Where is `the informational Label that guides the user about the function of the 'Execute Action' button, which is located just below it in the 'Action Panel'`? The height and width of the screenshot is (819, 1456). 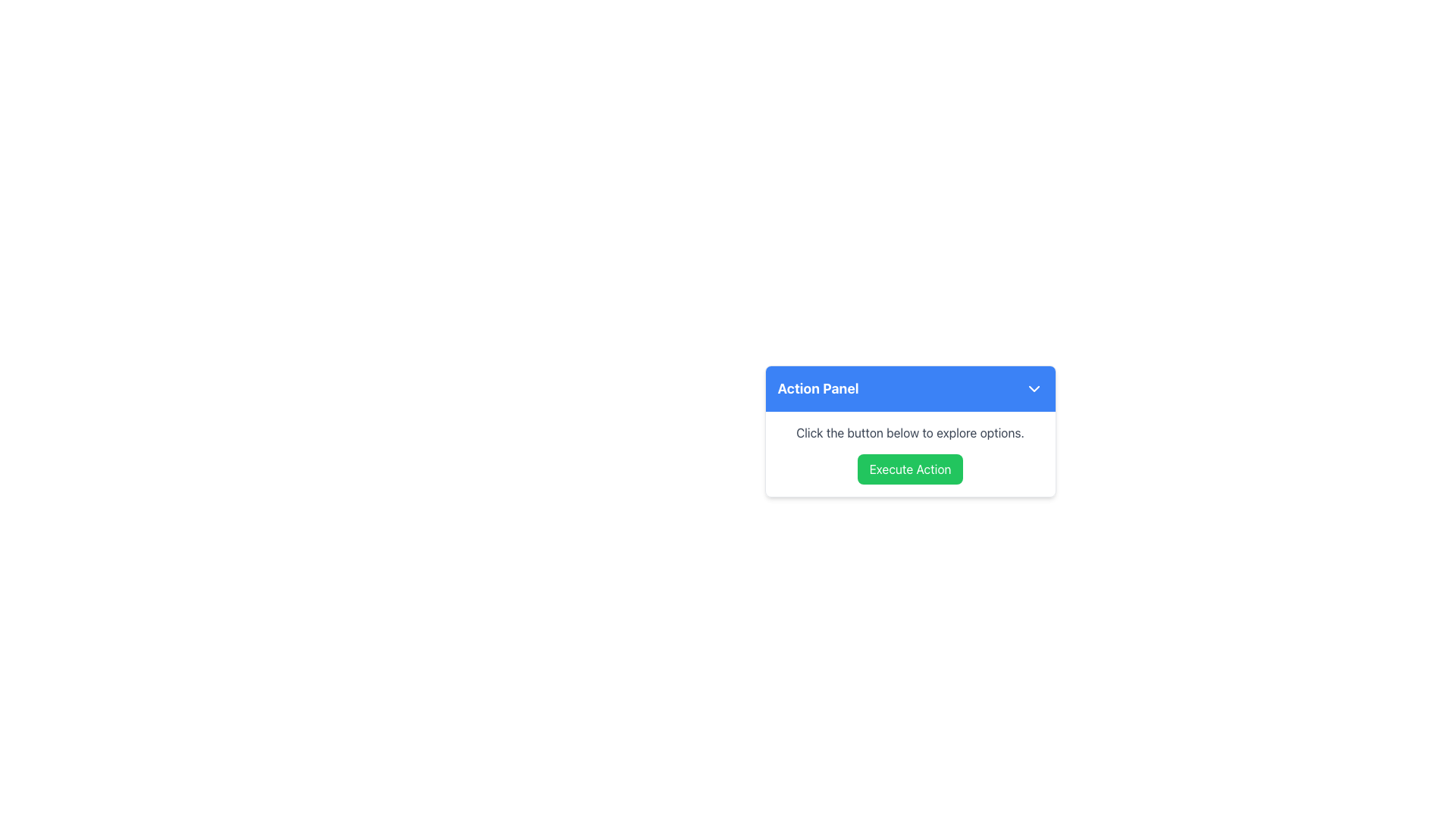 the informational Label that guides the user about the function of the 'Execute Action' button, which is located just below it in the 'Action Panel' is located at coordinates (910, 432).